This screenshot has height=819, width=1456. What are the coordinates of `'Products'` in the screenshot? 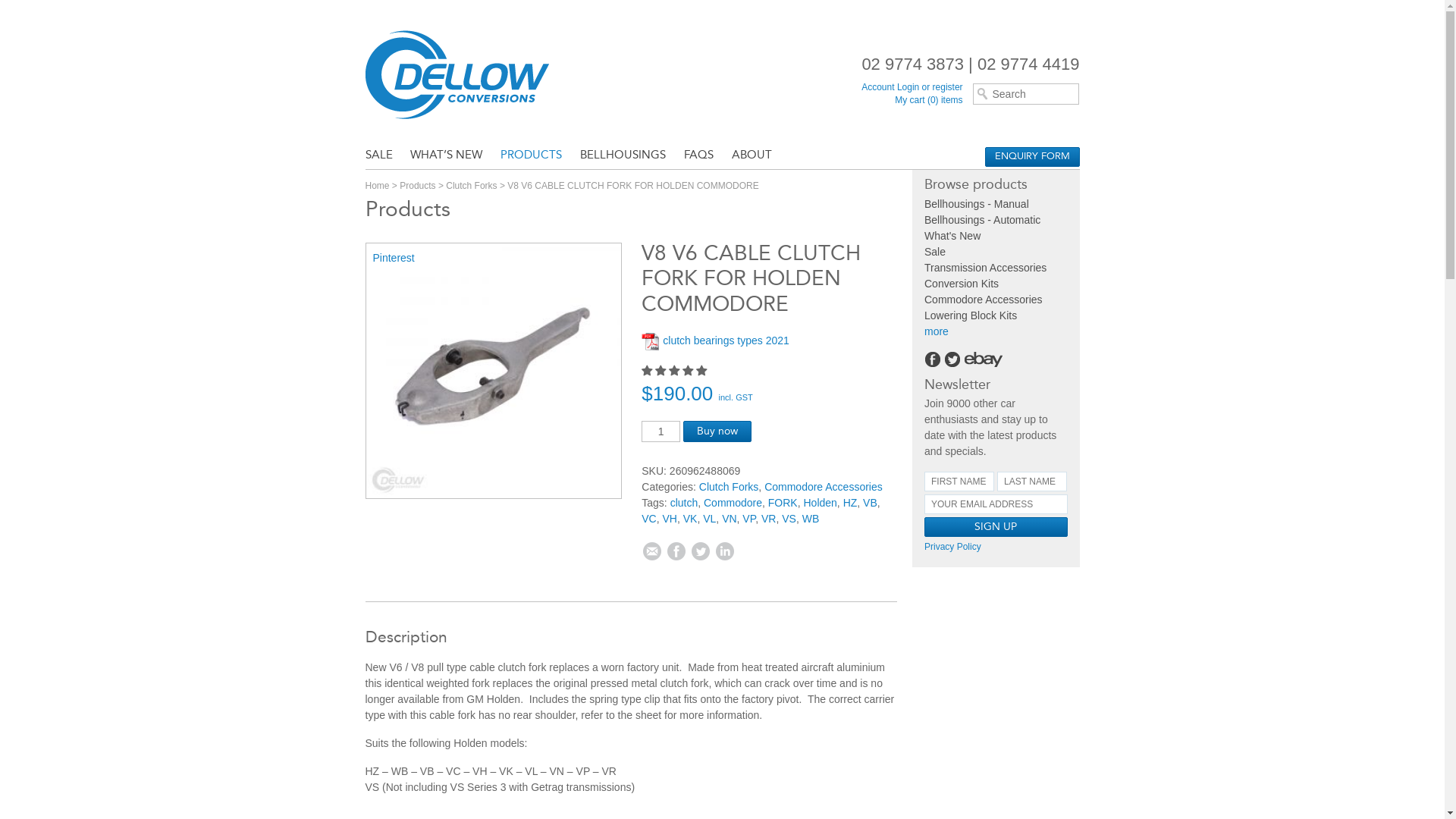 It's located at (417, 185).